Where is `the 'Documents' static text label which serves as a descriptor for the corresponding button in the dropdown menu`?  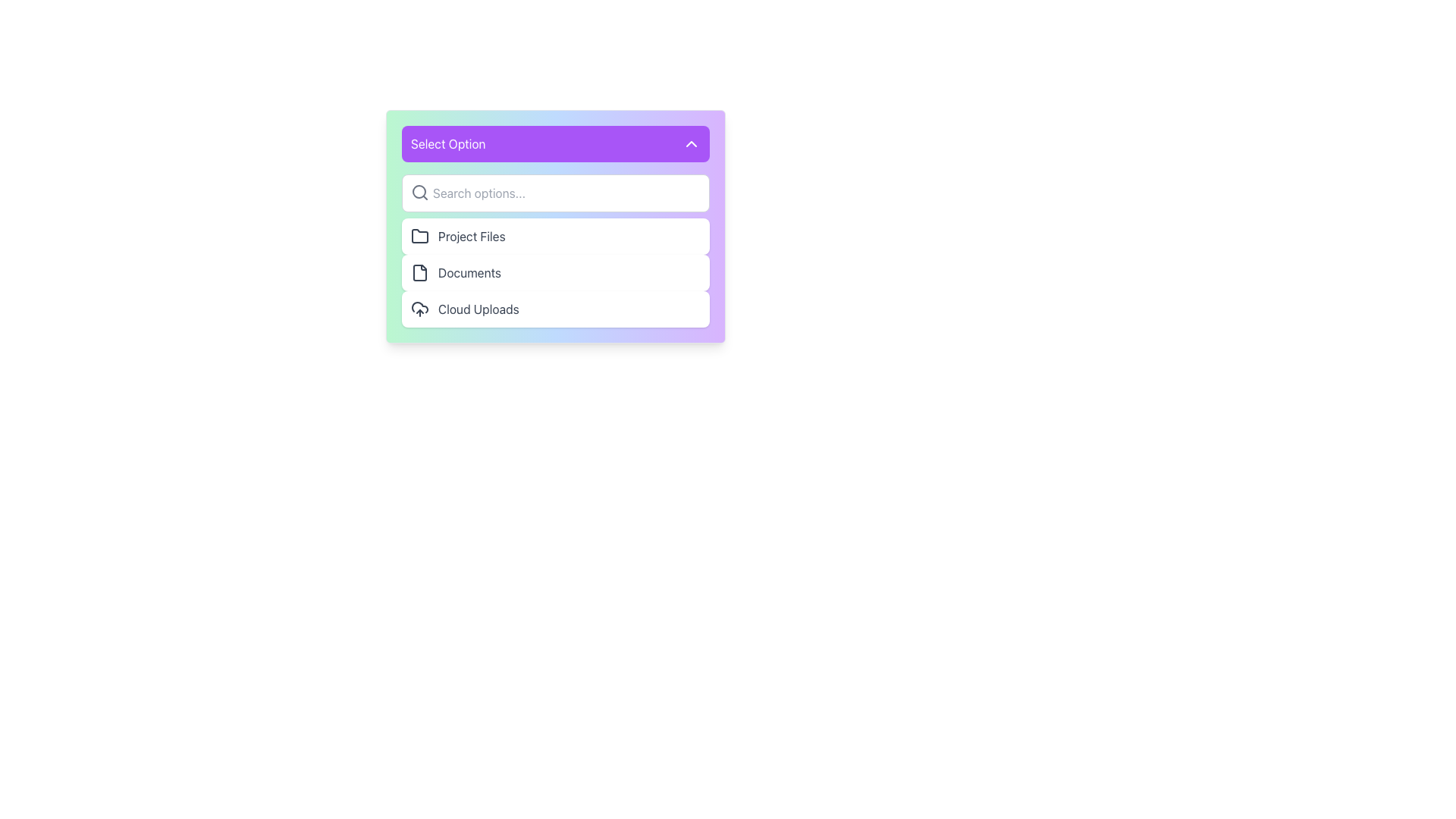
the 'Documents' static text label which serves as a descriptor for the corresponding button in the dropdown menu is located at coordinates (469, 271).